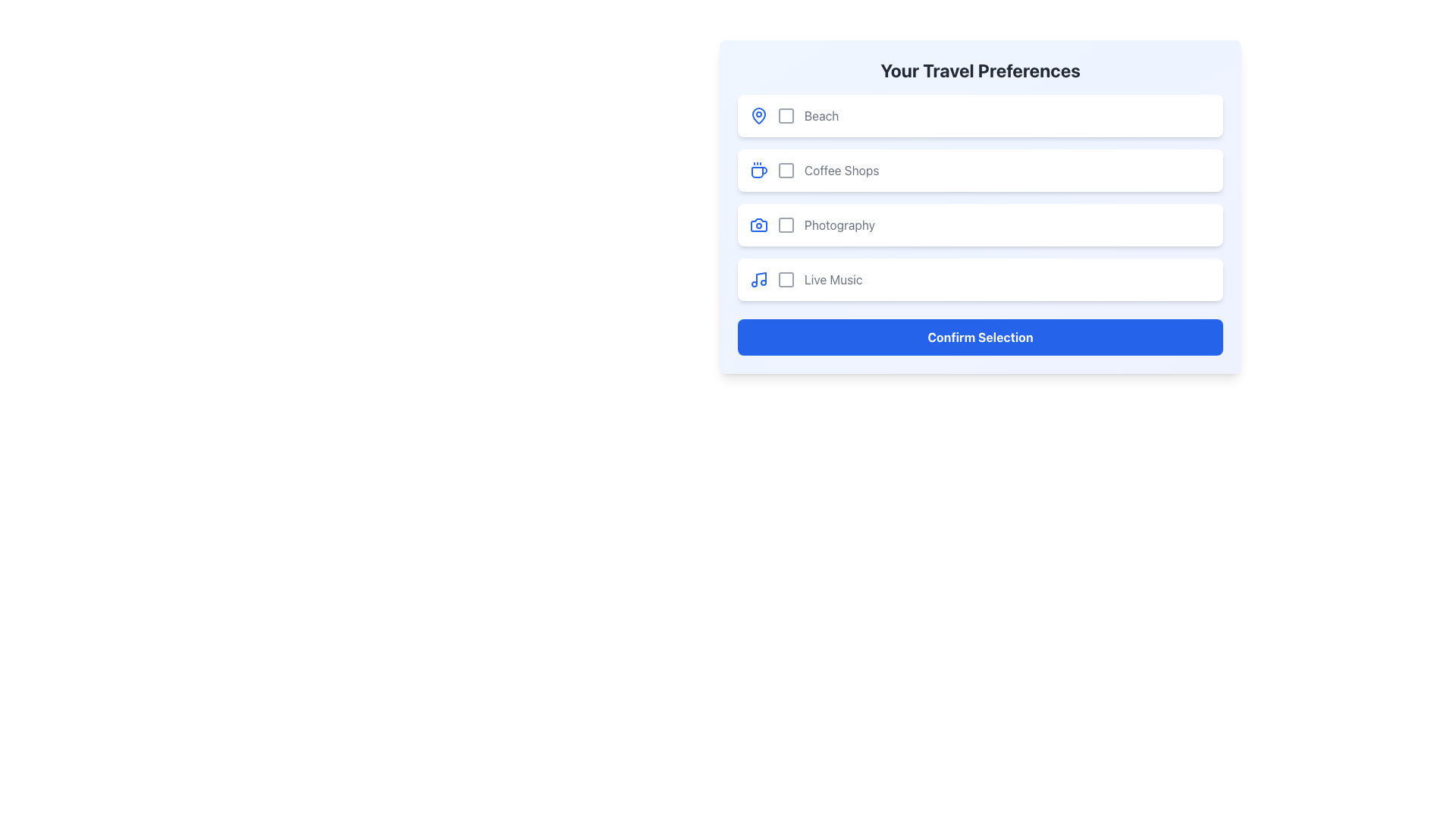 The width and height of the screenshot is (1456, 819). What do you see at coordinates (759, 114) in the screenshot?
I see `the bottom part of the location pin icon representing the 'Beach' preference in the travel options list` at bounding box center [759, 114].